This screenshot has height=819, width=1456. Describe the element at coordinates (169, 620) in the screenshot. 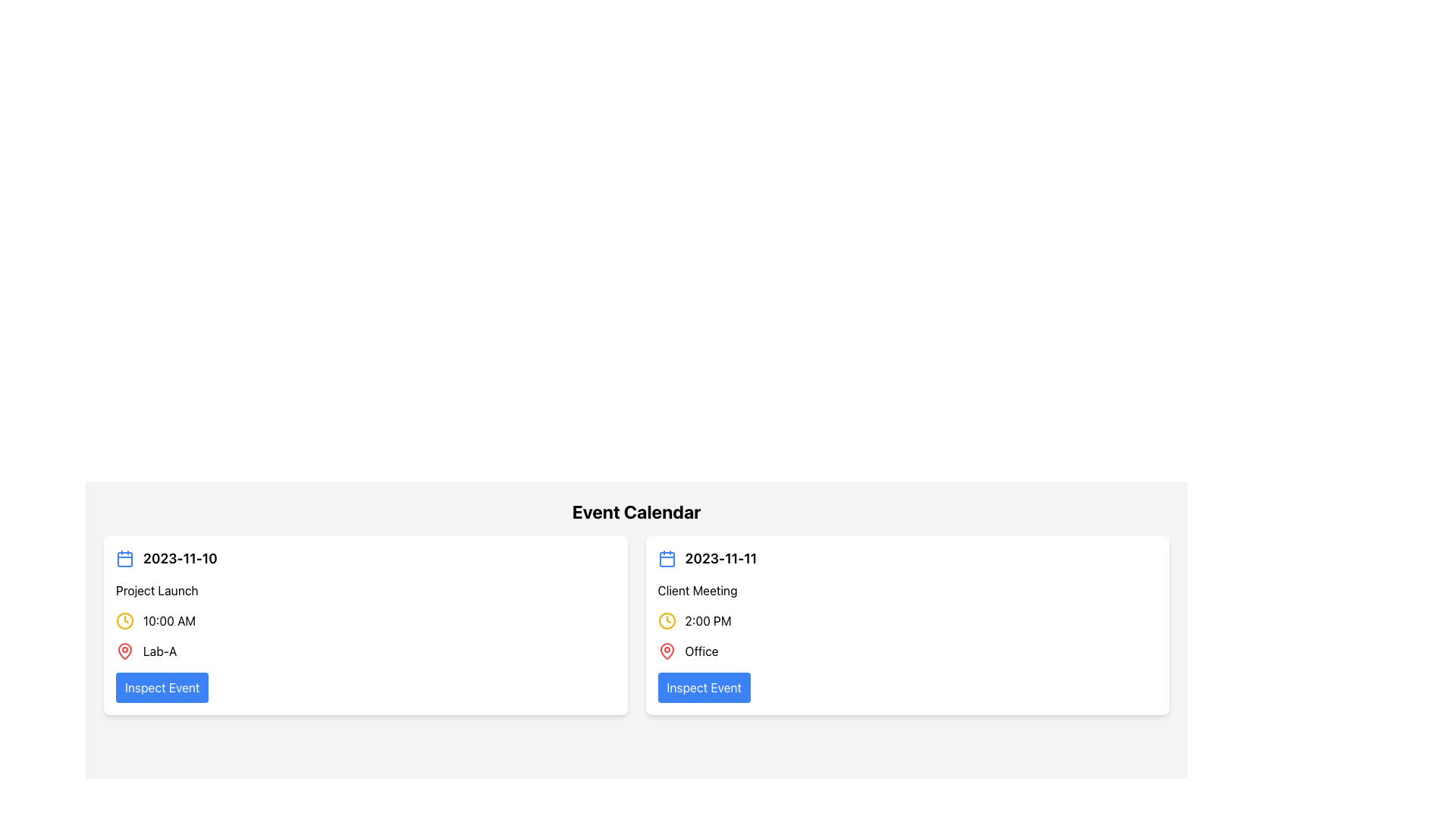

I see `the static text displaying the time '10:00 AM', which is styled in black on a white background and located next to a clock icon in the event details section` at that location.